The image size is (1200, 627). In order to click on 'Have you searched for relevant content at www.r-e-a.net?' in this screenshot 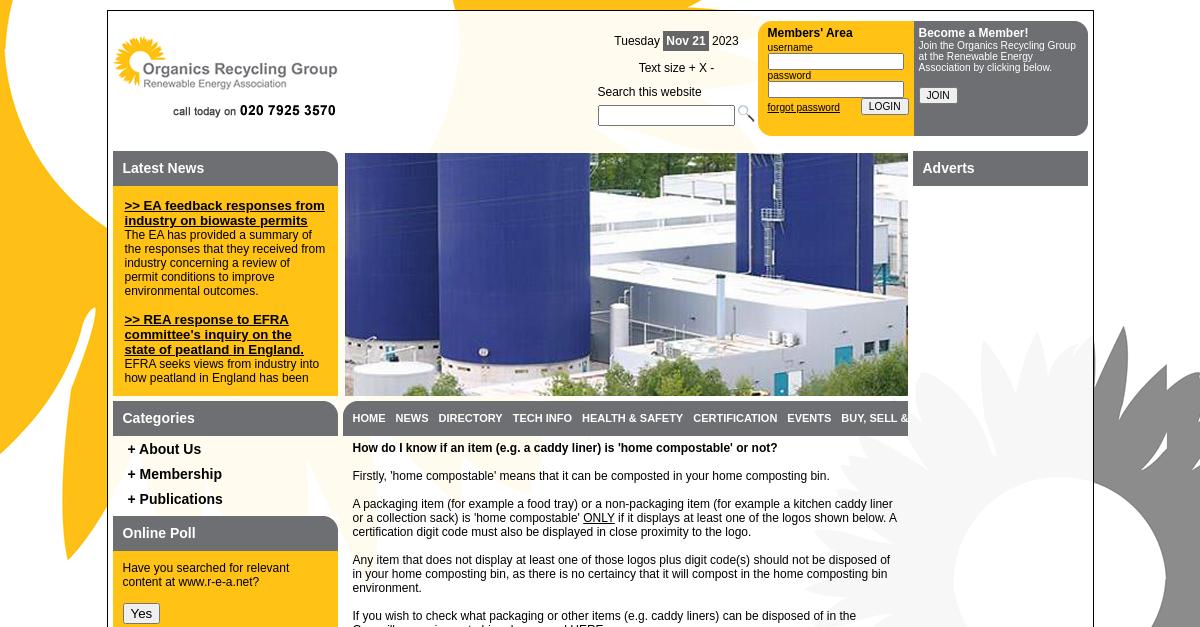, I will do `click(122, 574)`.